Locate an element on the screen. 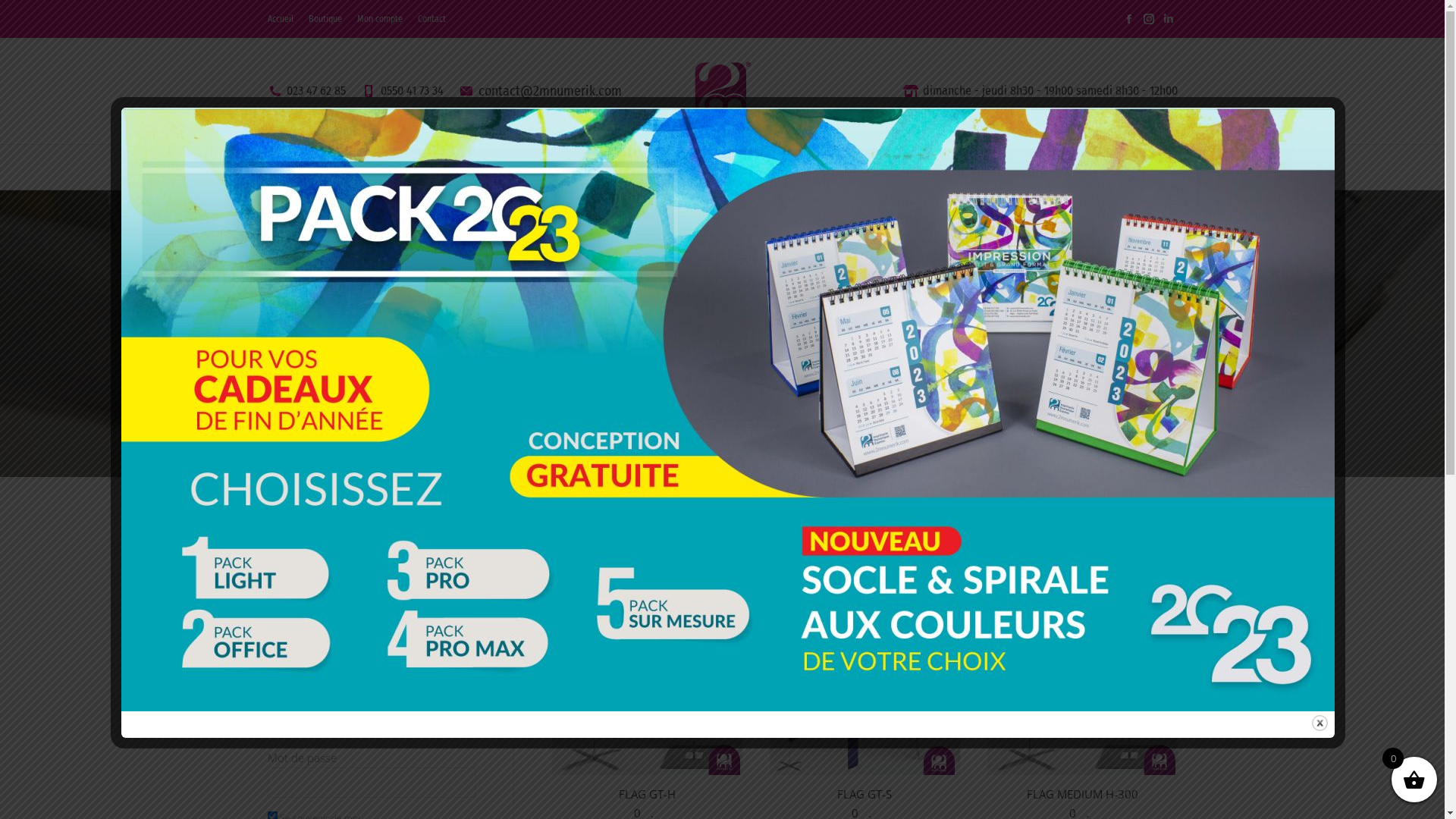 This screenshot has height=819, width=1456. 'Facebook page opens in new window' is located at coordinates (1128, 18).